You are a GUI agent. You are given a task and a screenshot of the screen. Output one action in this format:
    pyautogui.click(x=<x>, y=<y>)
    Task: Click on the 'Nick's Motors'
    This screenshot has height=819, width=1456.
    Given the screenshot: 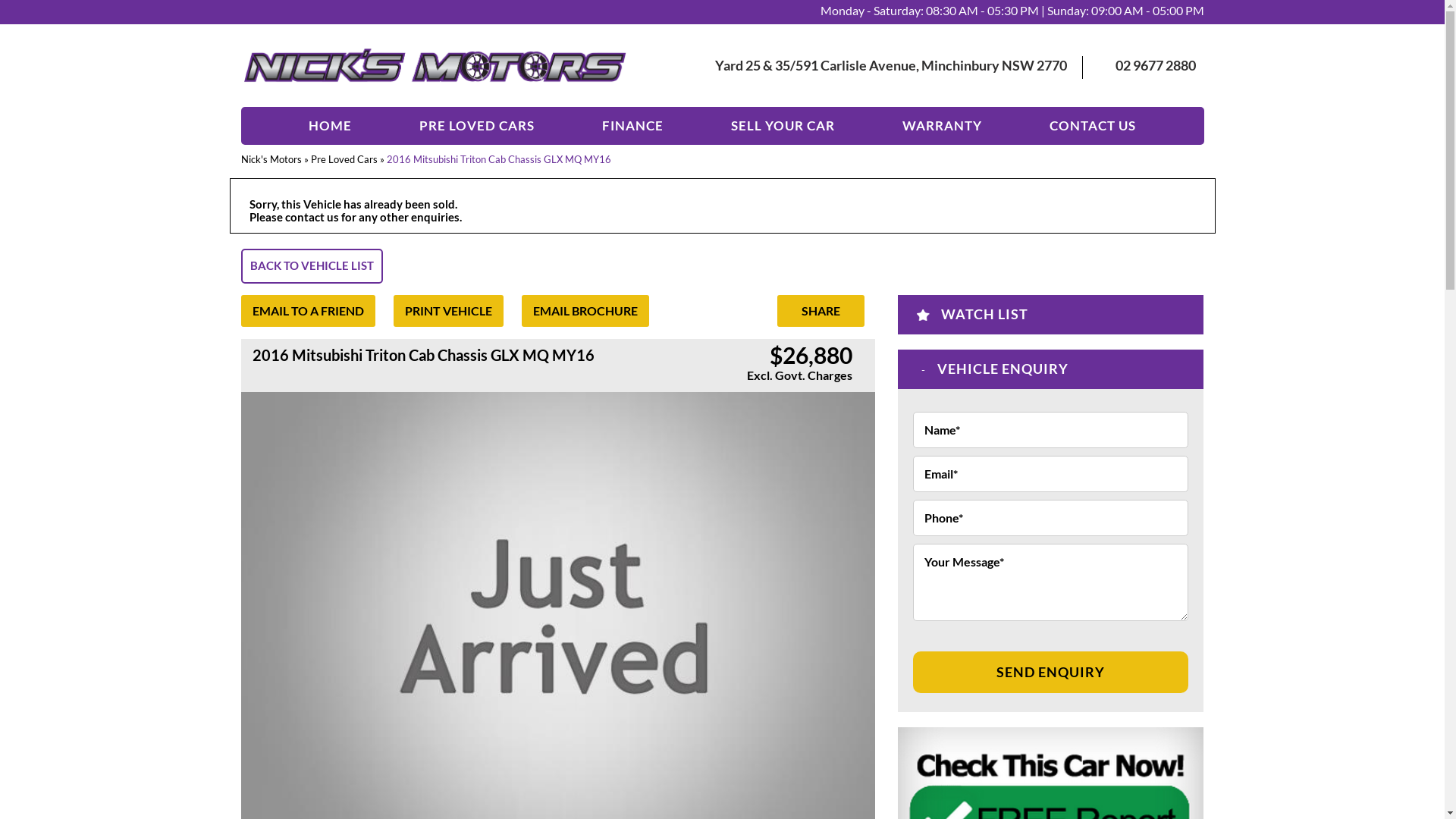 What is the action you would take?
    pyautogui.click(x=240, y=158)
    